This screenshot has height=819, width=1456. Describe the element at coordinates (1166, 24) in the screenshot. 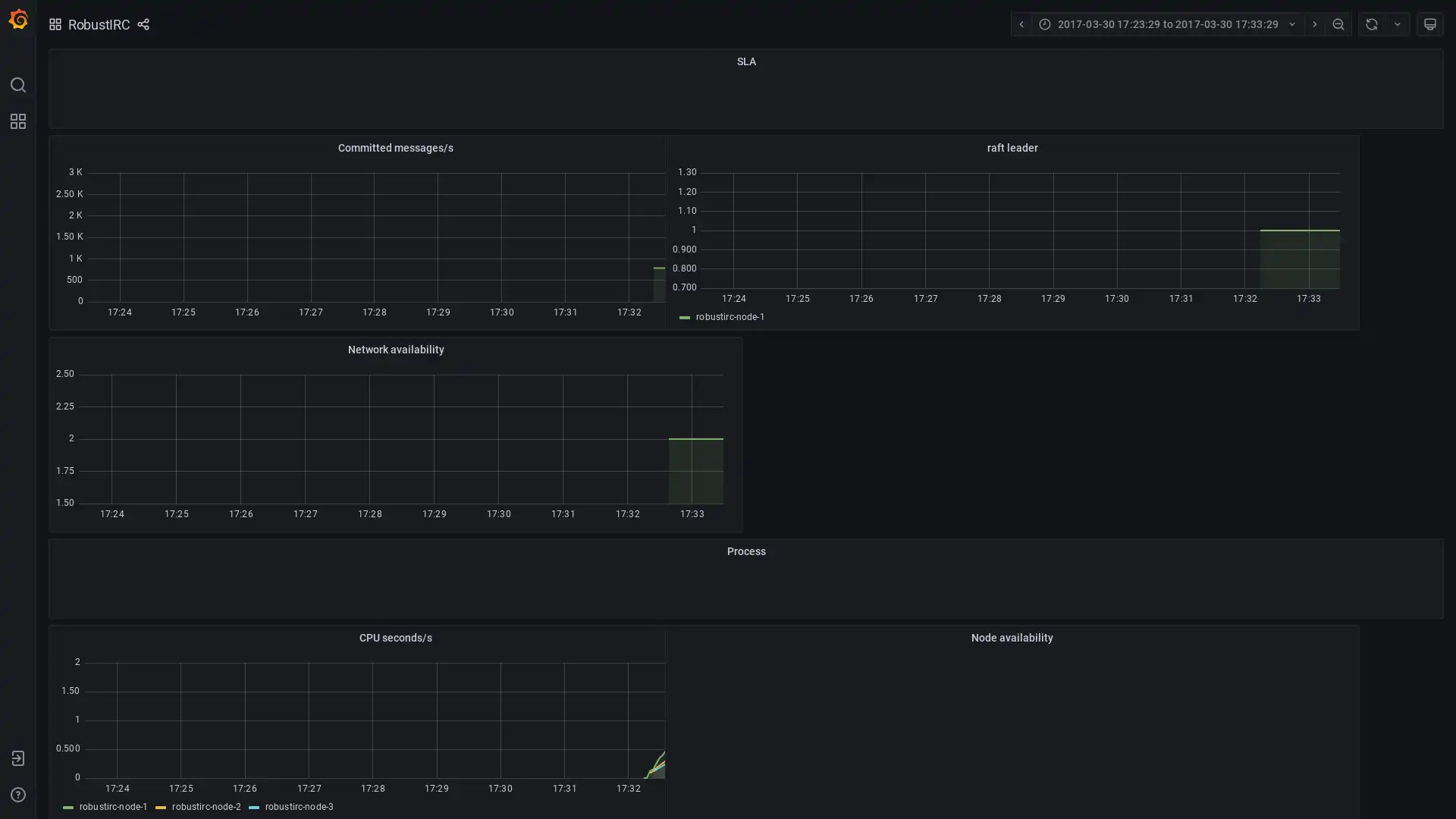

I see `Time range picker with current time range 2017-03-30 17:23:29 to 2017-03-30 17:33:29 selected` at that location.